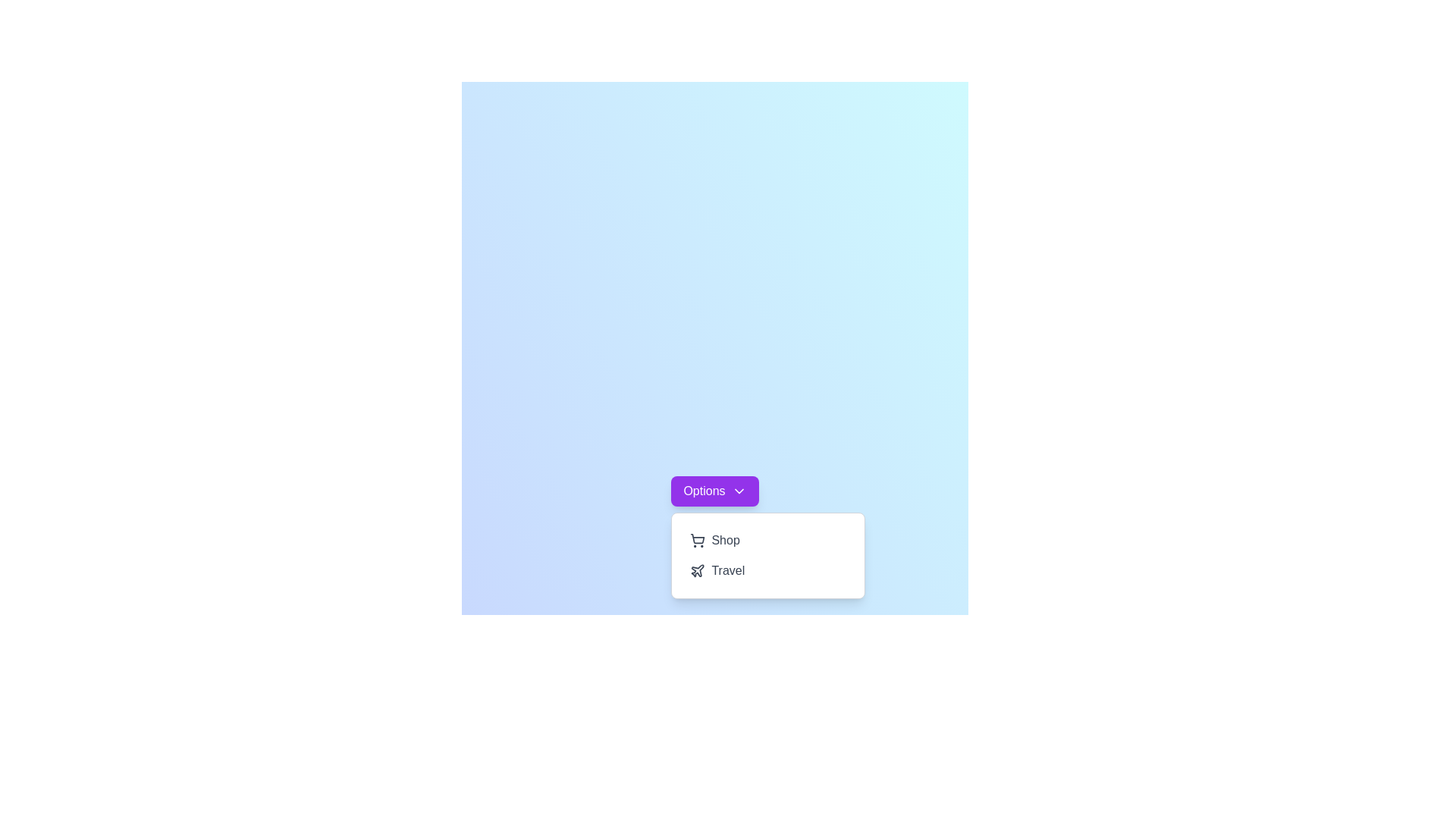  Describe the element at coordinates (714, 491) in the screenshot. I see `the dropdown toggle button located near the center of the interface` at that location.